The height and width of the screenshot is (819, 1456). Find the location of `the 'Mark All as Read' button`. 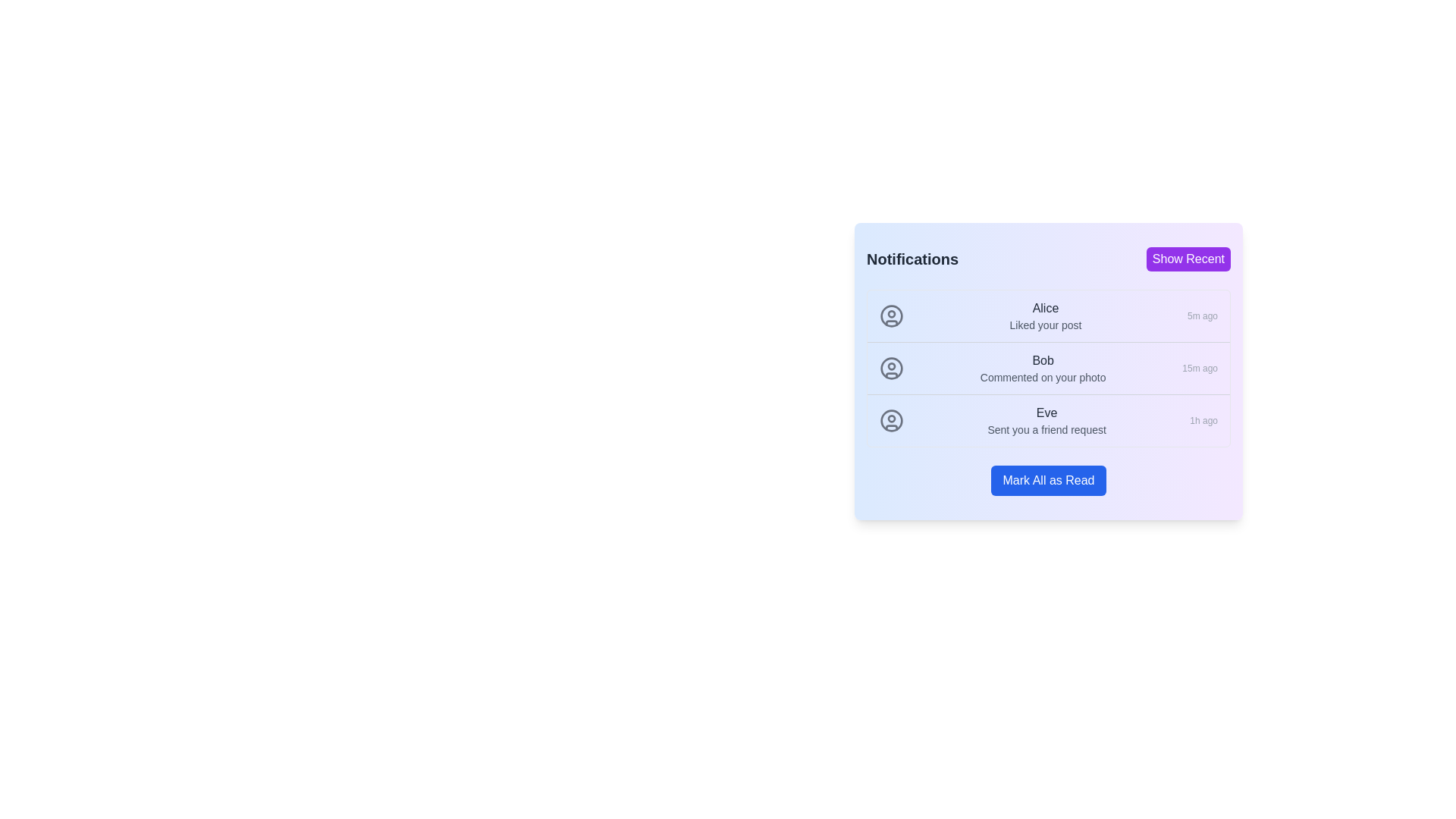

the 'Mark All as Read' button is located at coordinates (1047, 480).